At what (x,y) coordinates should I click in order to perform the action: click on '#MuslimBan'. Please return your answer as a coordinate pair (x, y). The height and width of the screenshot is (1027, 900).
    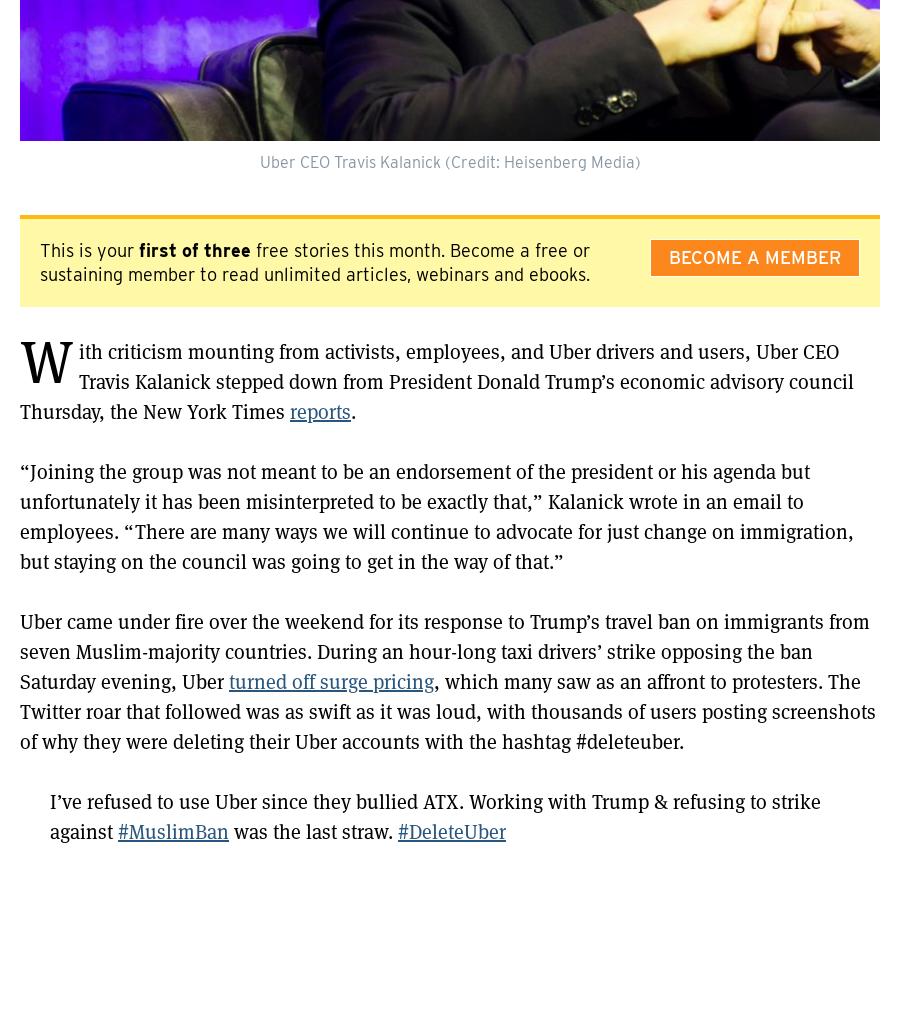
    Looking at the image, I should click on (117, 831).